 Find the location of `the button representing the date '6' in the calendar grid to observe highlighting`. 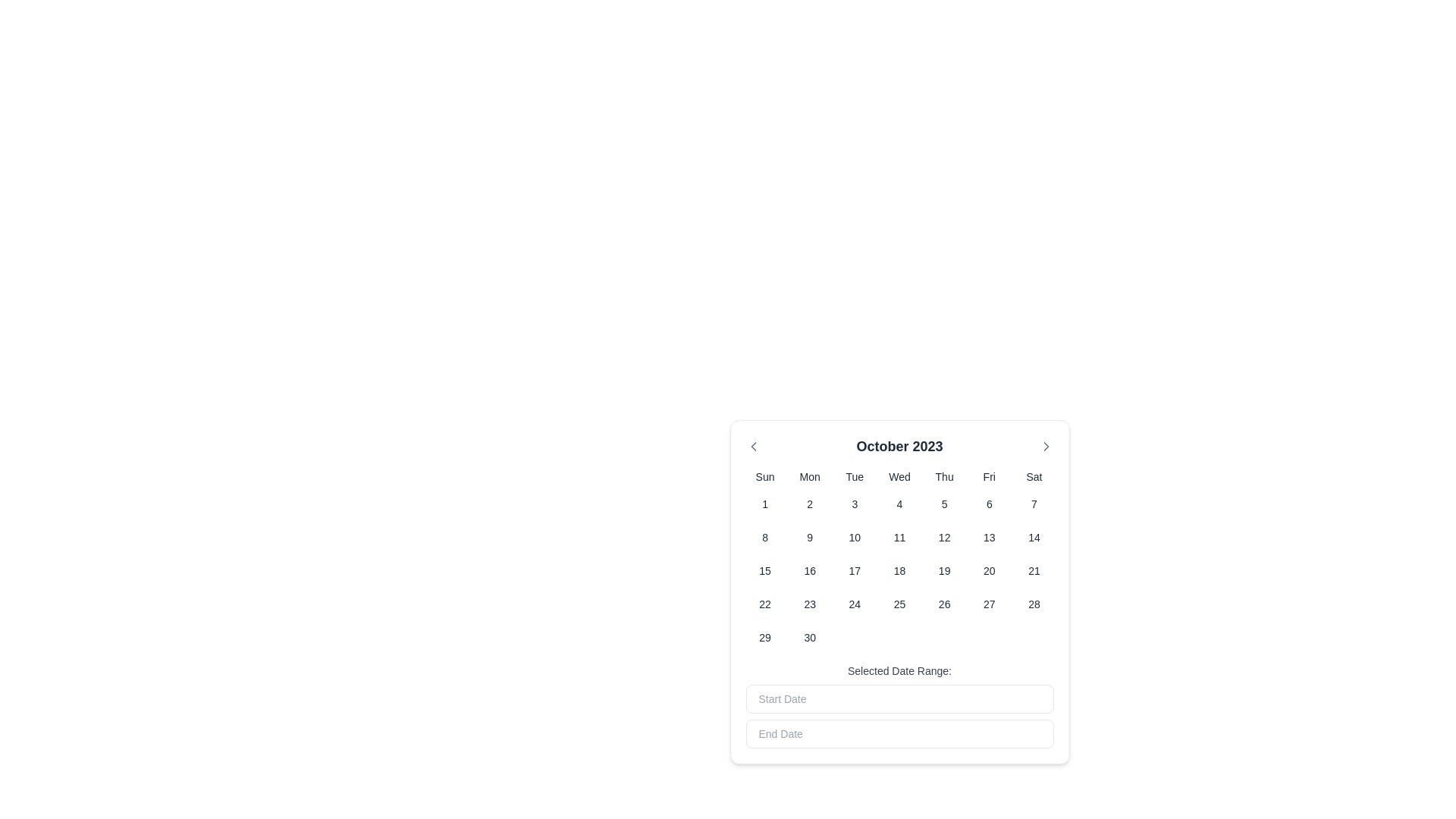

the button representing the date '6' in the calendar grid to observe highlighting is located at coordinates (989, 504).